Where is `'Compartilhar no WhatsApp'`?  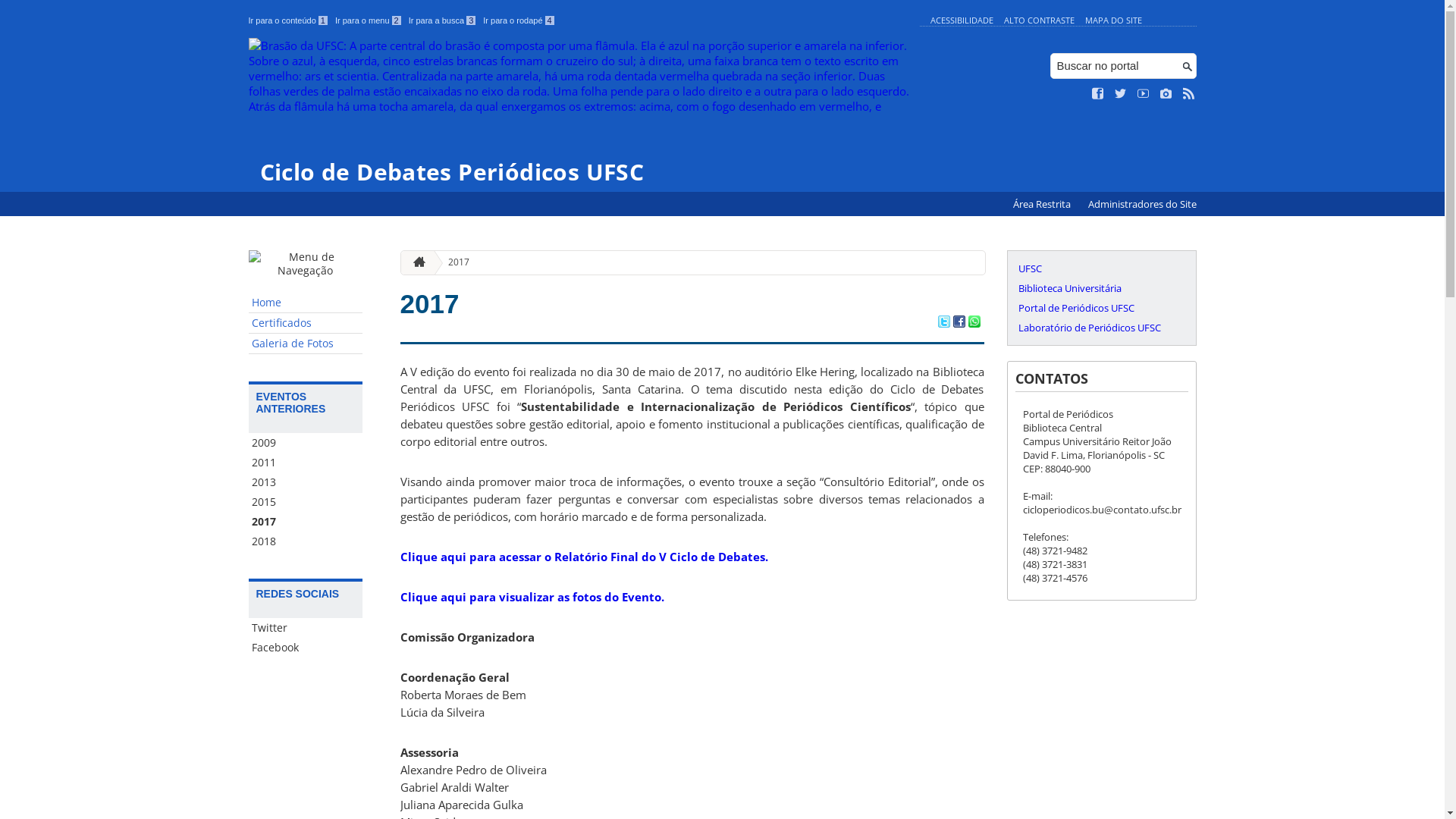
'Compartilhar no WhatsApp' is located at coordinates (973, 322).